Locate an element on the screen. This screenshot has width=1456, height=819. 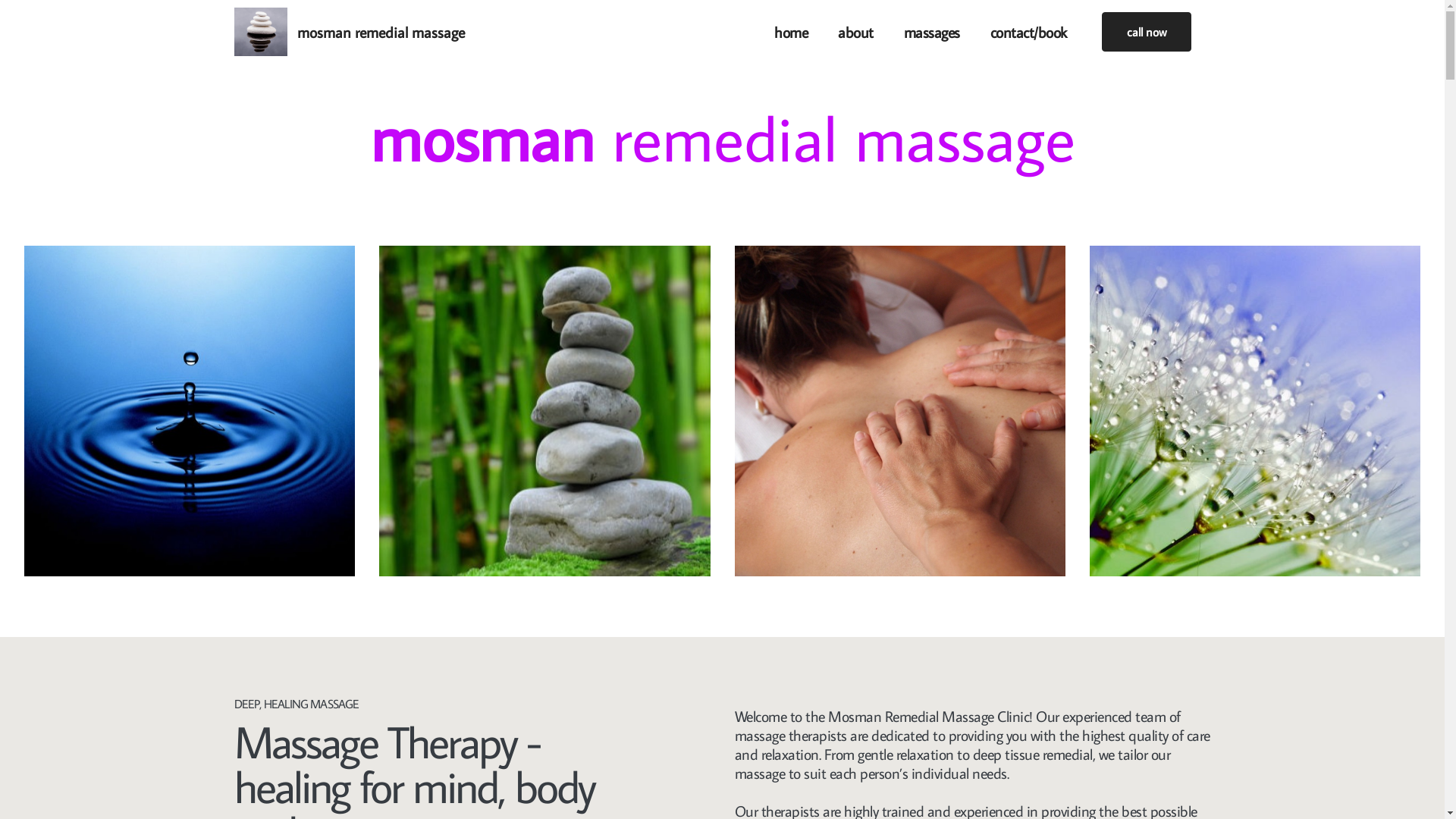
'massages' is located at coordinates (930, 32).